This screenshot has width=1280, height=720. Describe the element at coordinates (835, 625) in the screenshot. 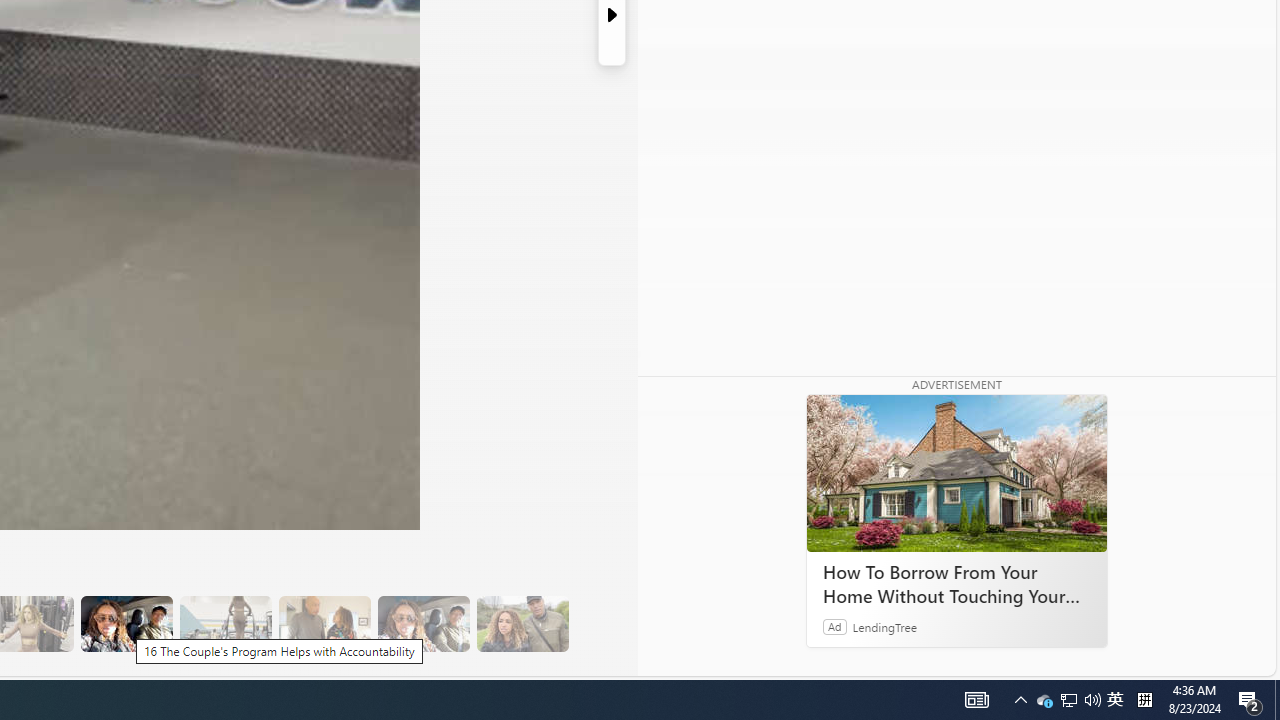

I see `'Ad'` at that location.